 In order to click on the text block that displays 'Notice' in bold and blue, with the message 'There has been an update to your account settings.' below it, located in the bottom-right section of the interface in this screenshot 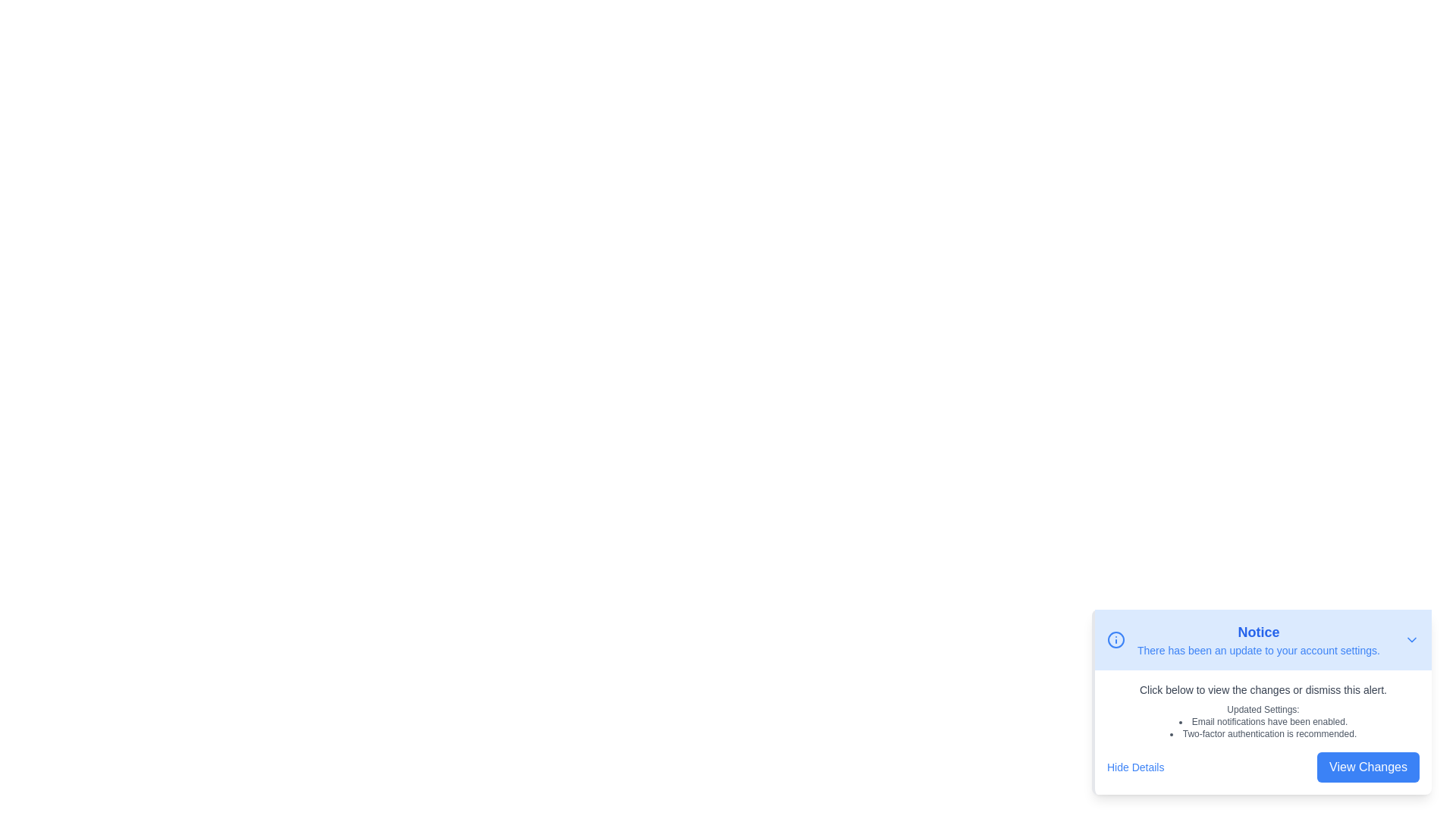, I will do `click(1259, 640)`.